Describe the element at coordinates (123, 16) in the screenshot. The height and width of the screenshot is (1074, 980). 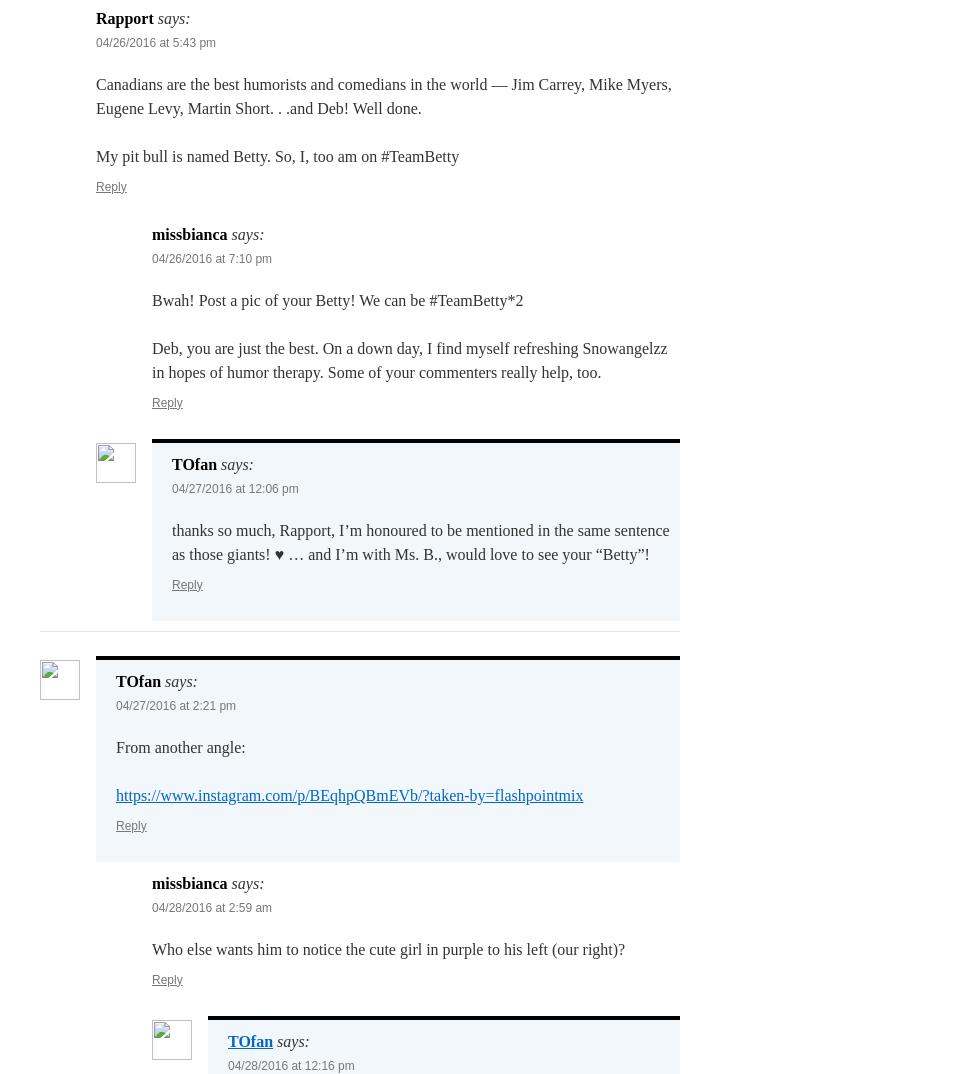
I see `'Rapport'` at that location.